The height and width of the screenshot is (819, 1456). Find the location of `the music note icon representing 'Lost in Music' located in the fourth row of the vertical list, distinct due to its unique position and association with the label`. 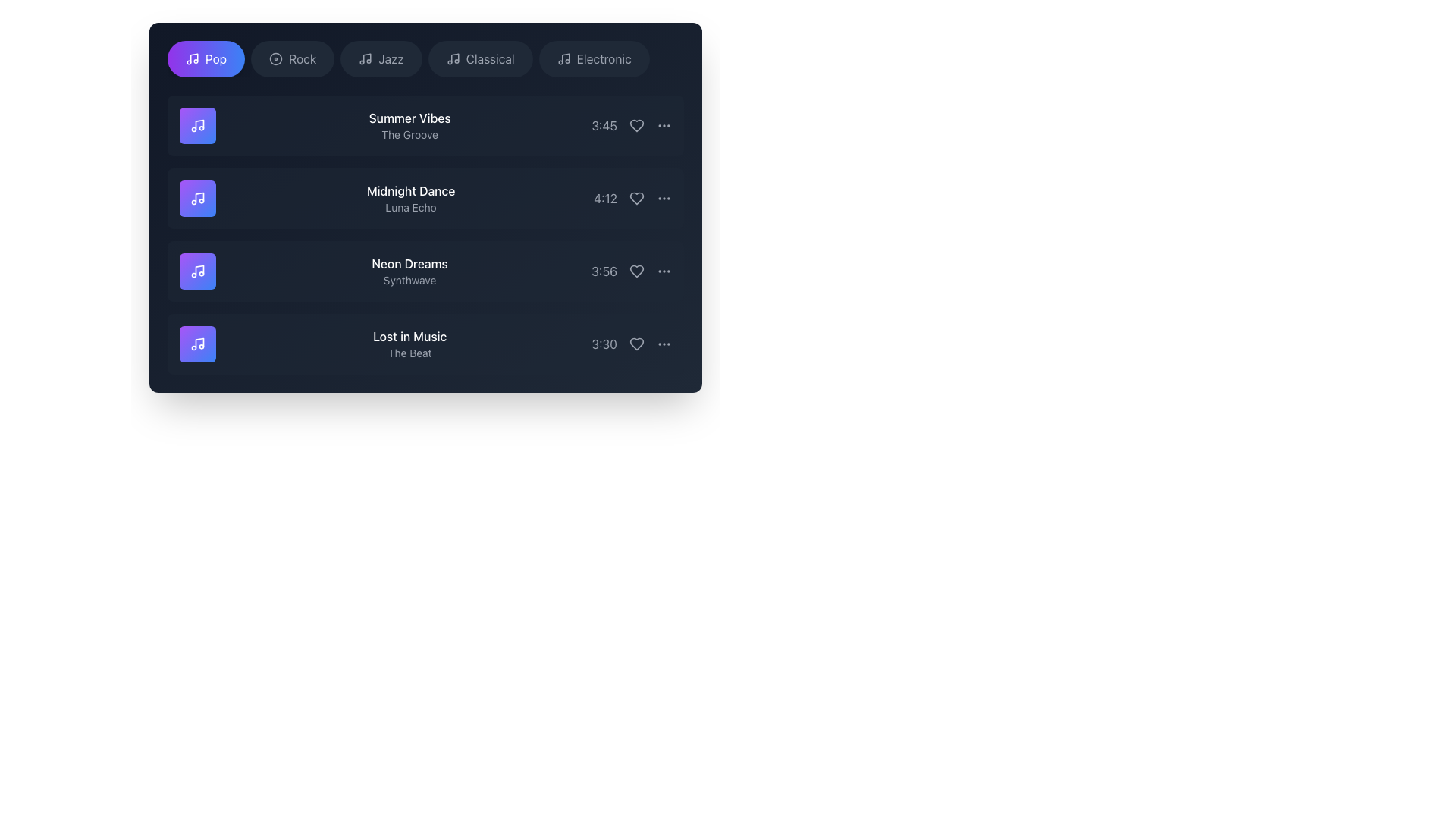

the music note icon representing 'Lost in Music' located in the fourth row of the vertical list, distinct due to its unique position and association with the label is located at coordinates (199, 343).